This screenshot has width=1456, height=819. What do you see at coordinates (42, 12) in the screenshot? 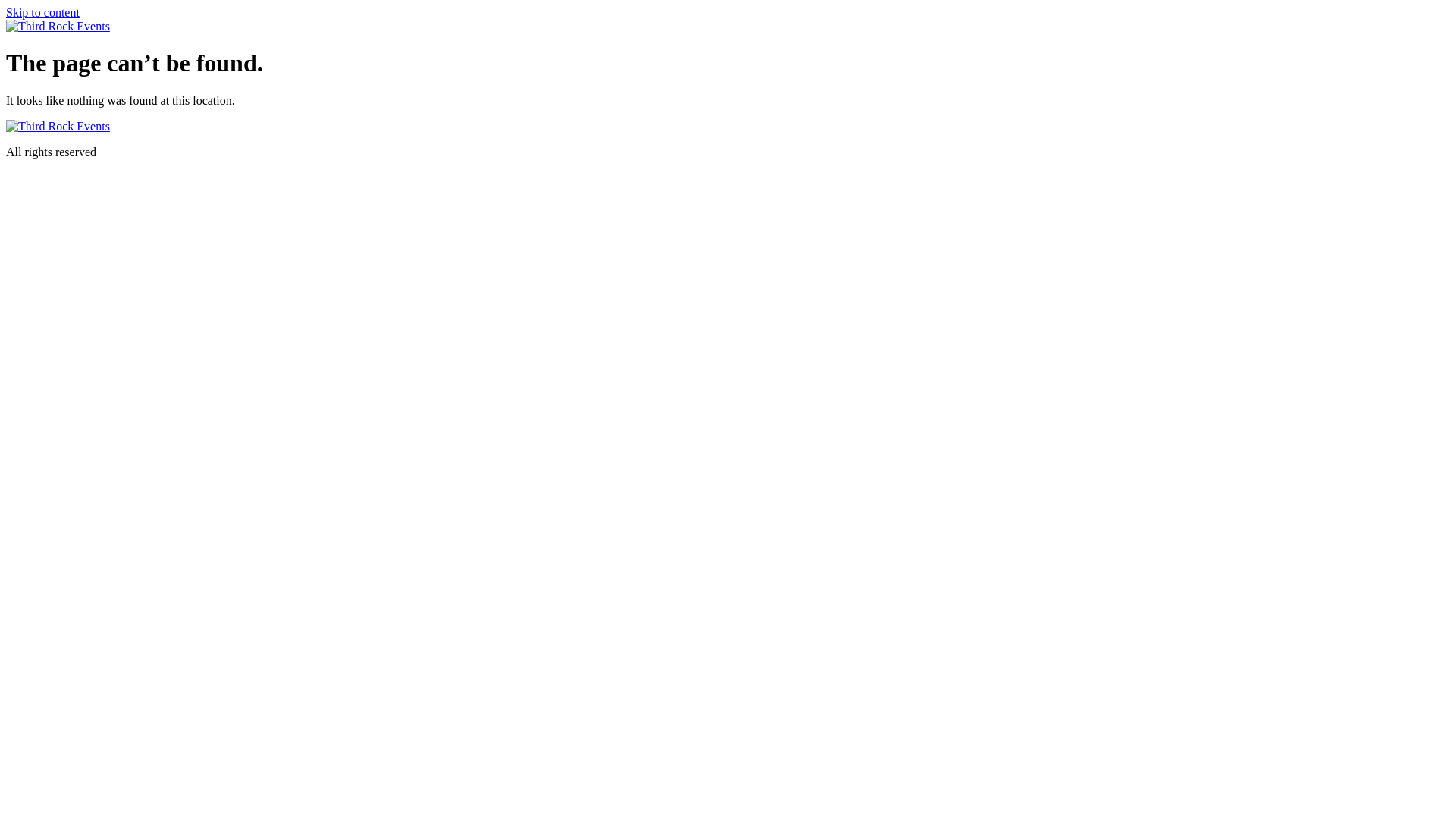
I see `'Skip to content'` at bounding box center [42, 12].